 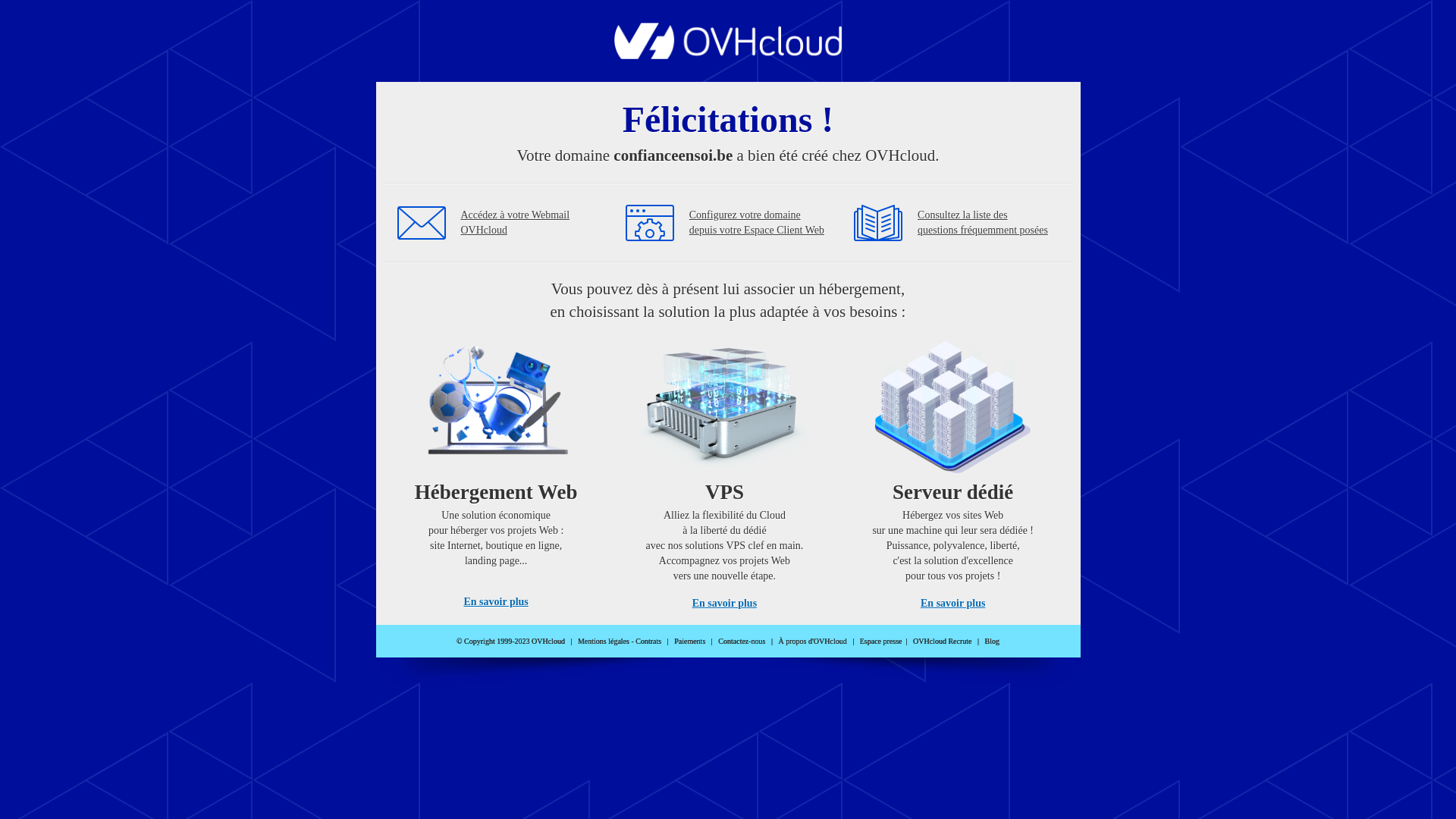 What do you see at coordinates (723, 469) in the screenshot?
I see `'VPS'` at bounding box center [723, 469].